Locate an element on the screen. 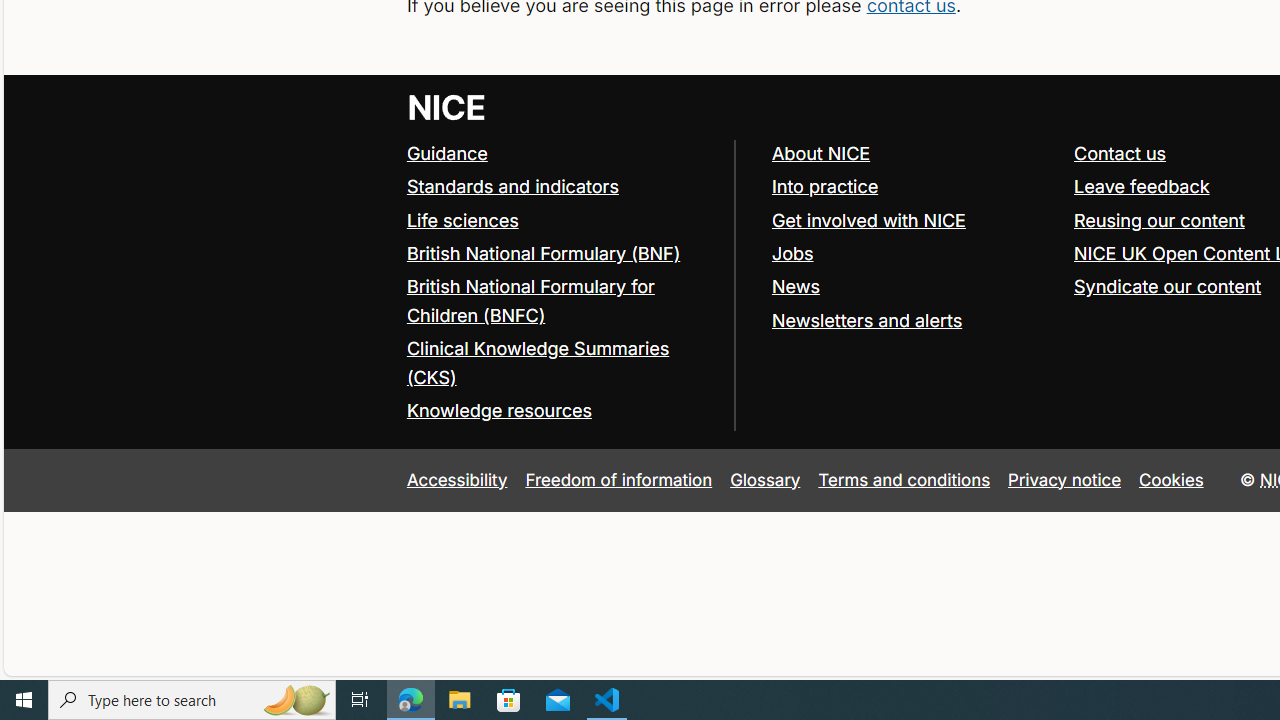  'British National Formulary for Children (BNFC)' is located at coordinates (560, 301).